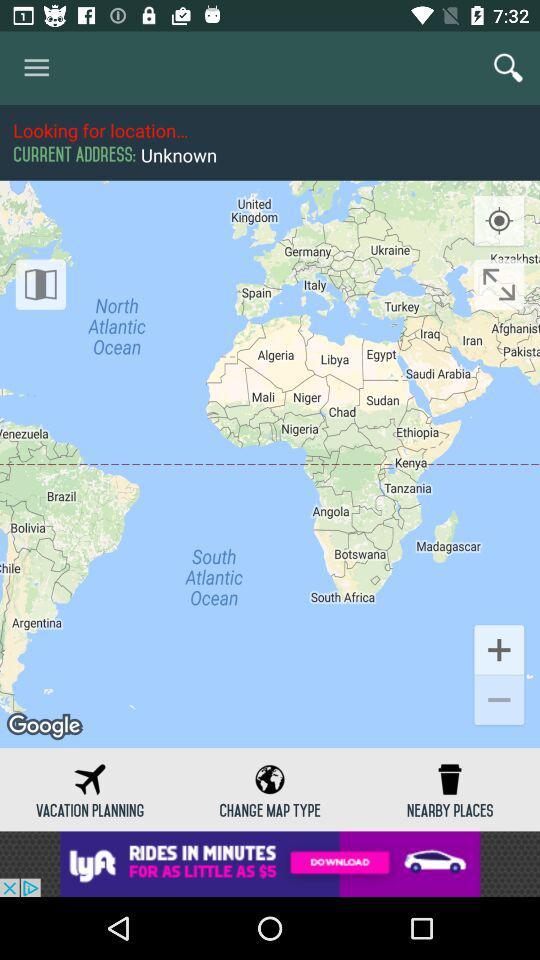 This screenshot has width=540, height=960. Describe the element at coordinates (270, 863) in the screenshot. I see `access advertising` at that location.